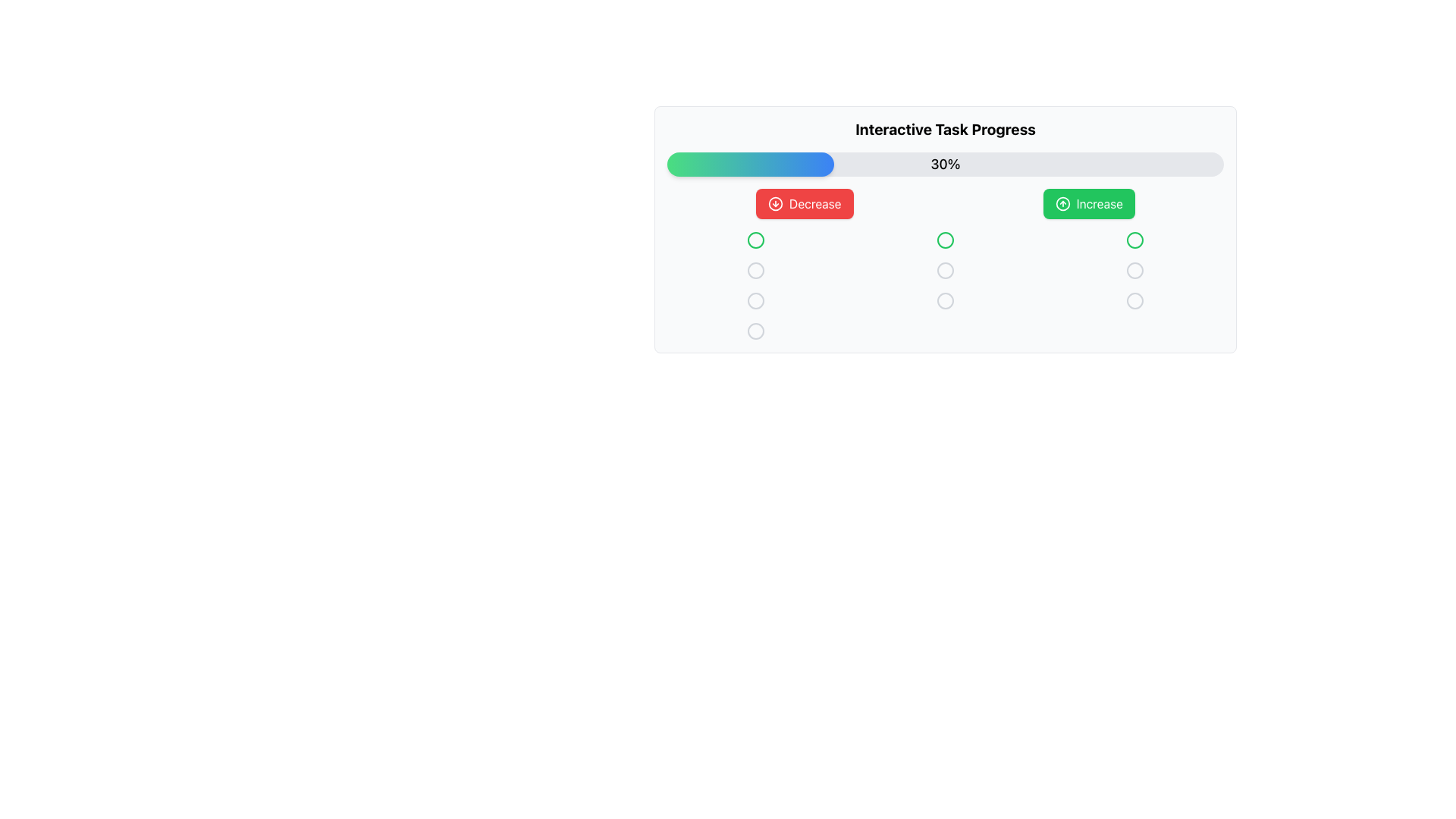  I want to click on the circular status indicator with a green outline located in the third column, first row of the grid beneath the progress bar, so click(1135, 239).